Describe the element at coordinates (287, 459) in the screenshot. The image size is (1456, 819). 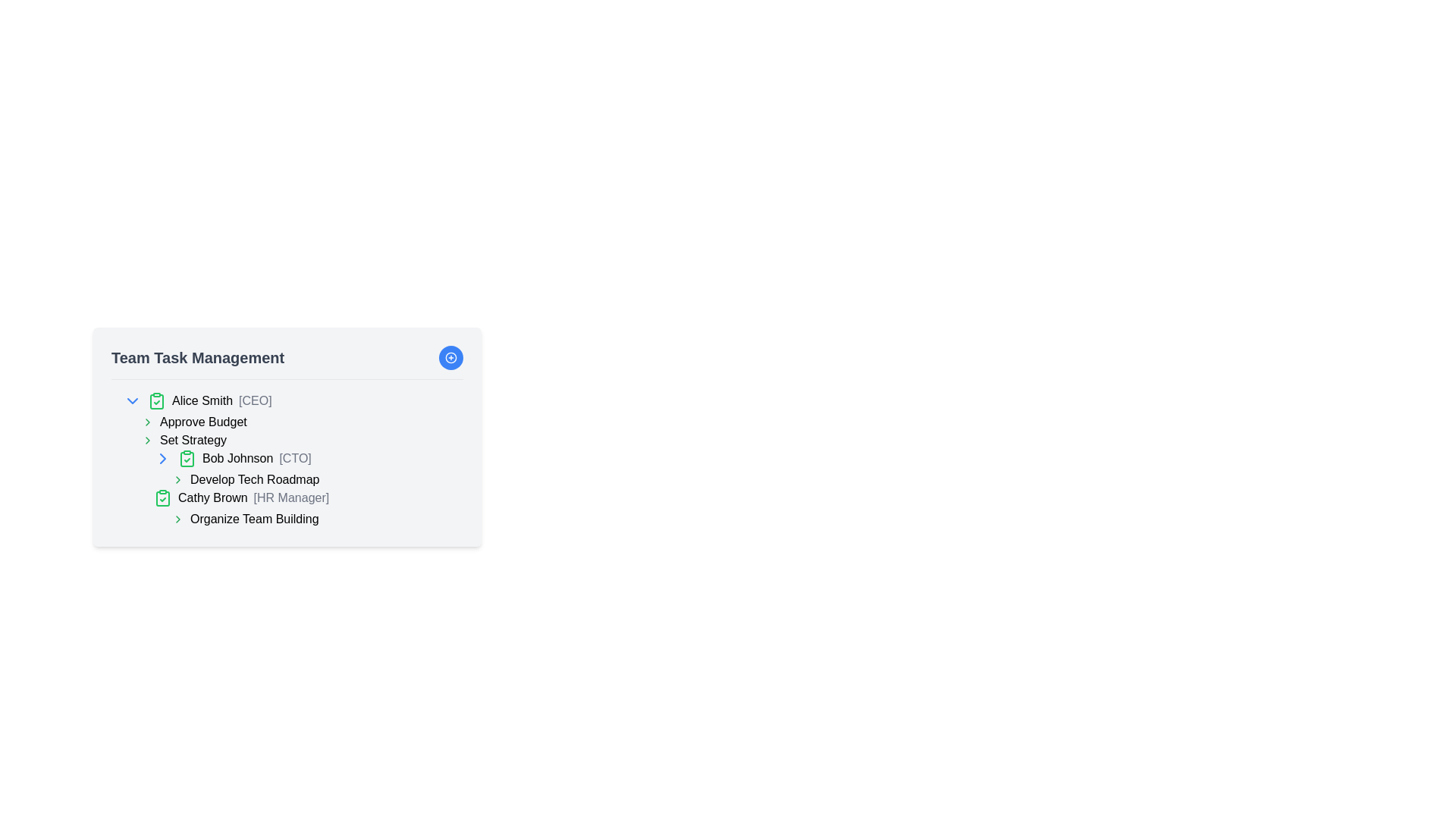
I see `the names in the organized list of team members` at that location.